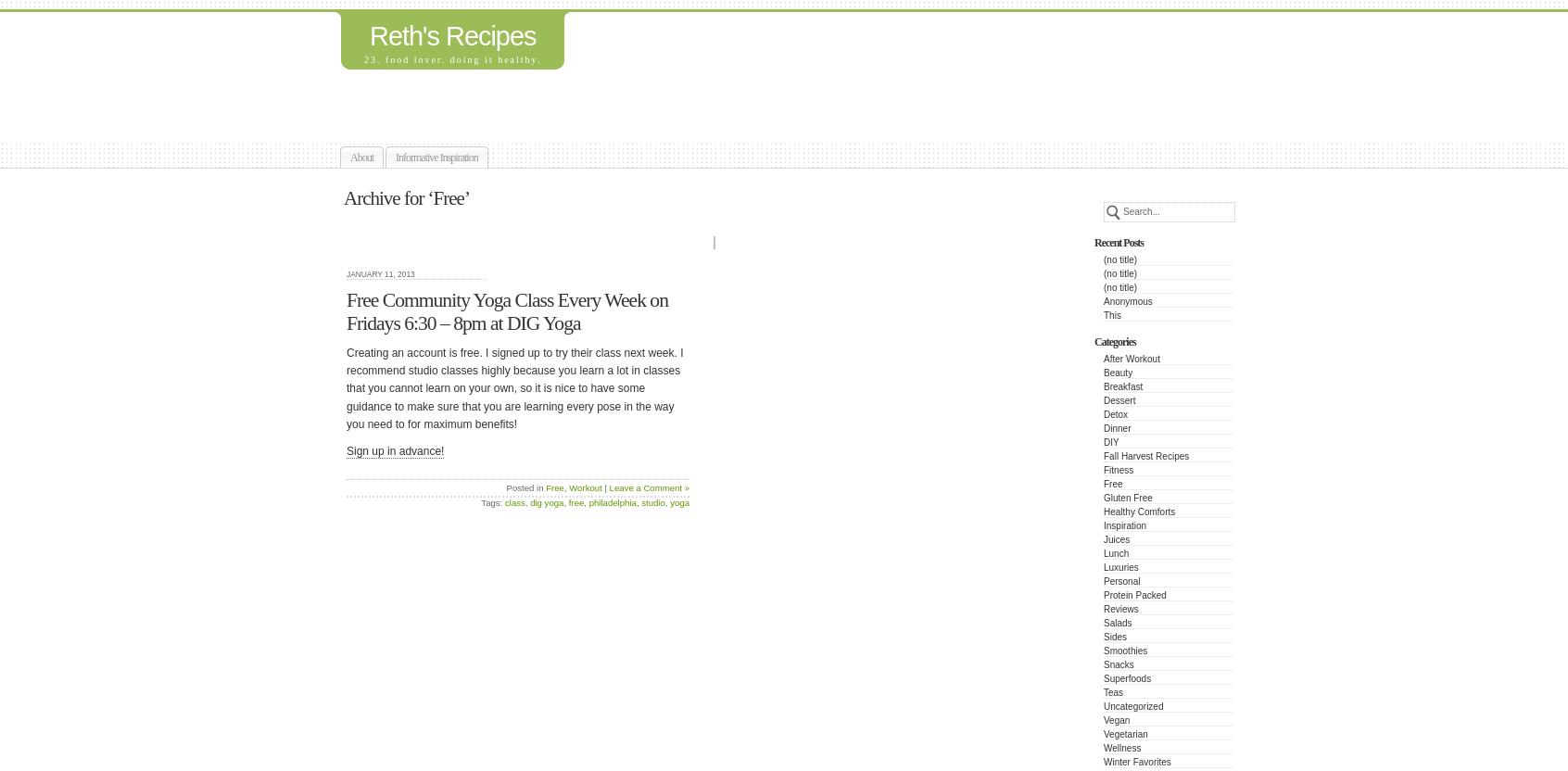 The image size is (1568, 771). I want to click on 'Fitness', so click(1119, 469).